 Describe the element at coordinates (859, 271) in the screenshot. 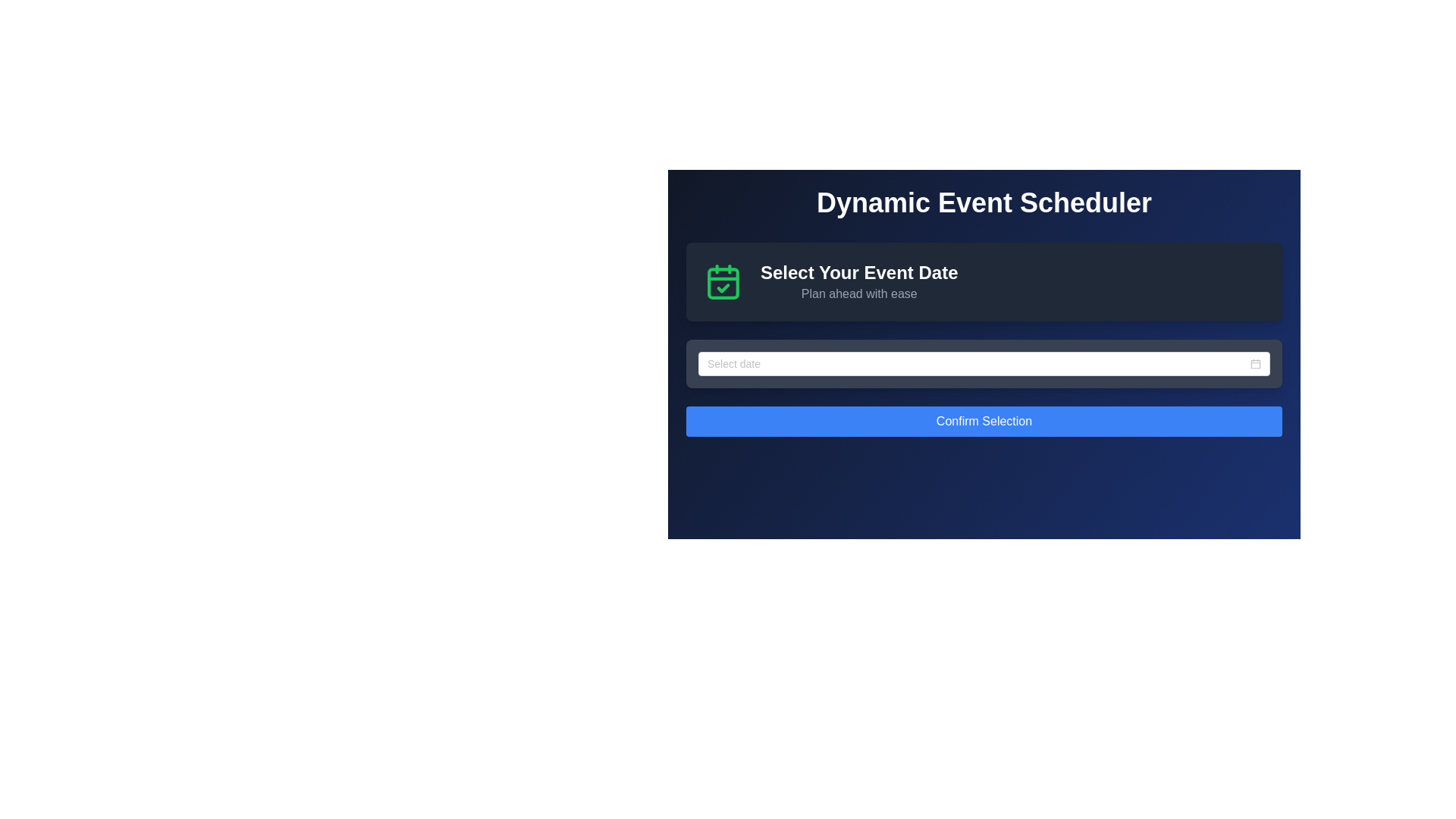

I see `the static text header indicating the primary focus of the section for selecting an event date, located at the top-center of the interface below 'Dynamic Event Scheduler'` at that location.